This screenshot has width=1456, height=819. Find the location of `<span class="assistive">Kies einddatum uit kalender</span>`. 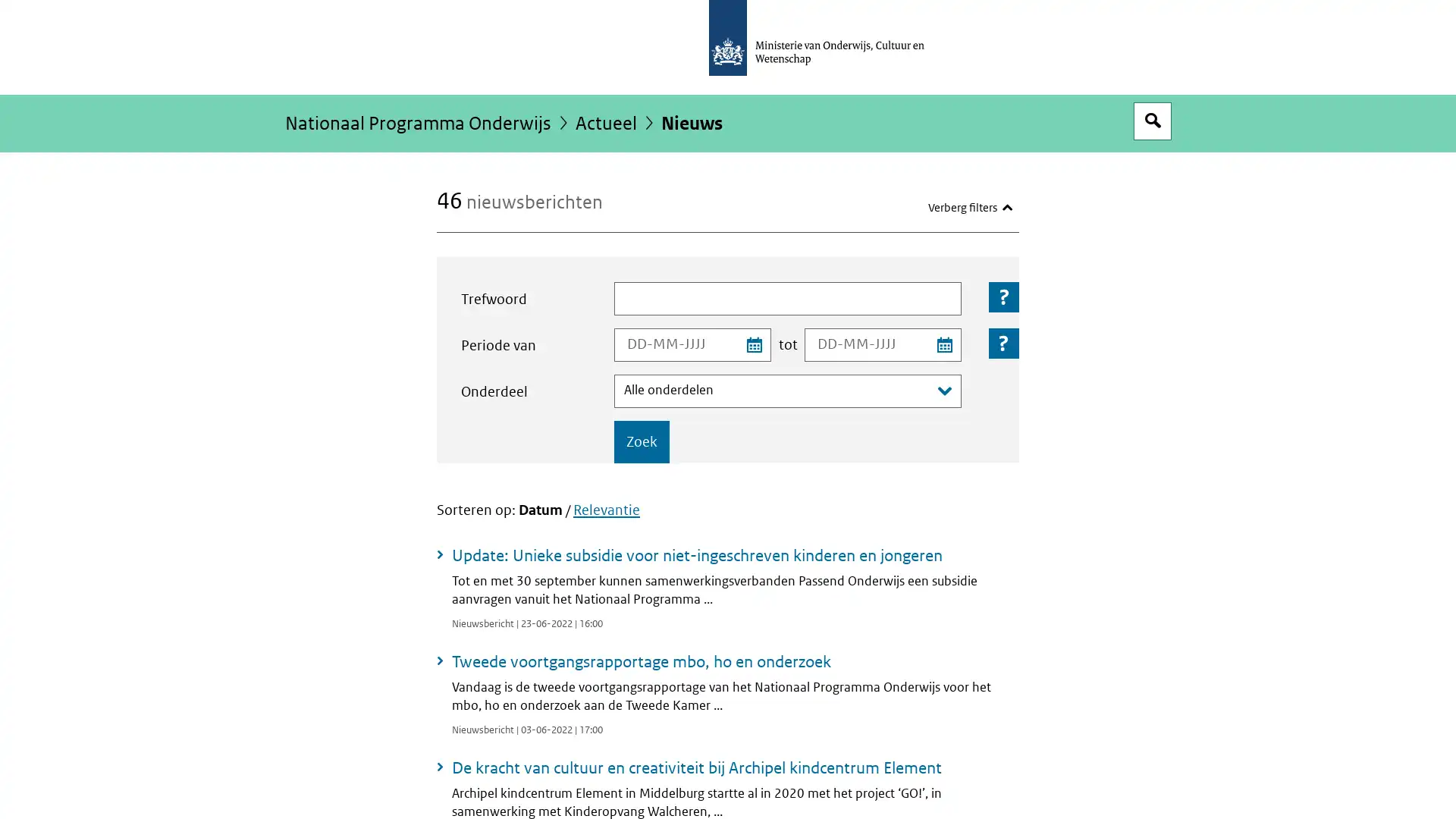

<span class="assistive">Kies einddatum uit kalender</span> is located at coordinates (943, 344).